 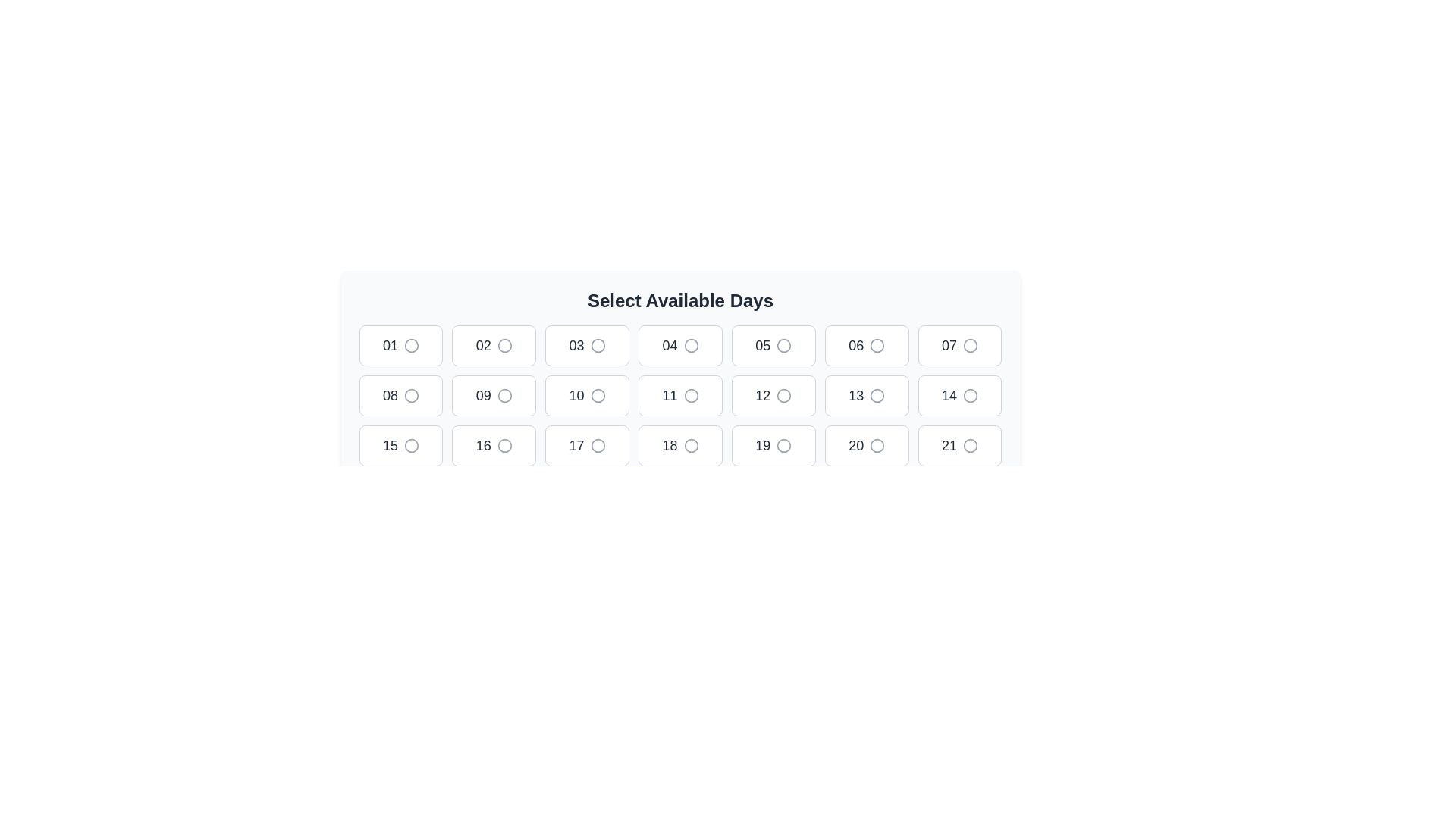 What do you see at coordinates (669, 444) in the screenshot?
I see `the text label '18' in the button` at bounding box center [669, 444].